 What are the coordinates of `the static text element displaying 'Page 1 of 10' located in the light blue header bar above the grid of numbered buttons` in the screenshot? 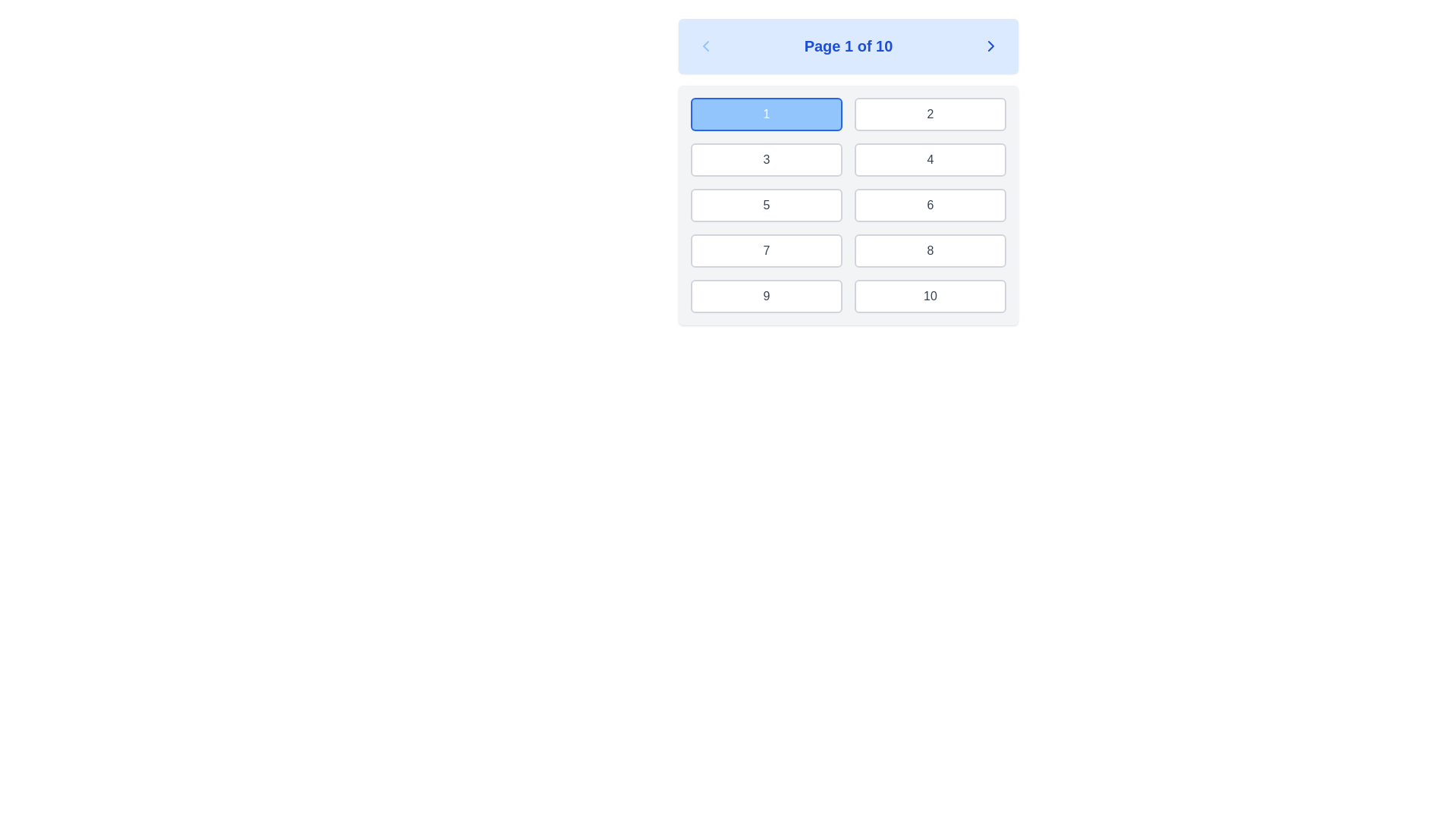 It's located at (847, 45).